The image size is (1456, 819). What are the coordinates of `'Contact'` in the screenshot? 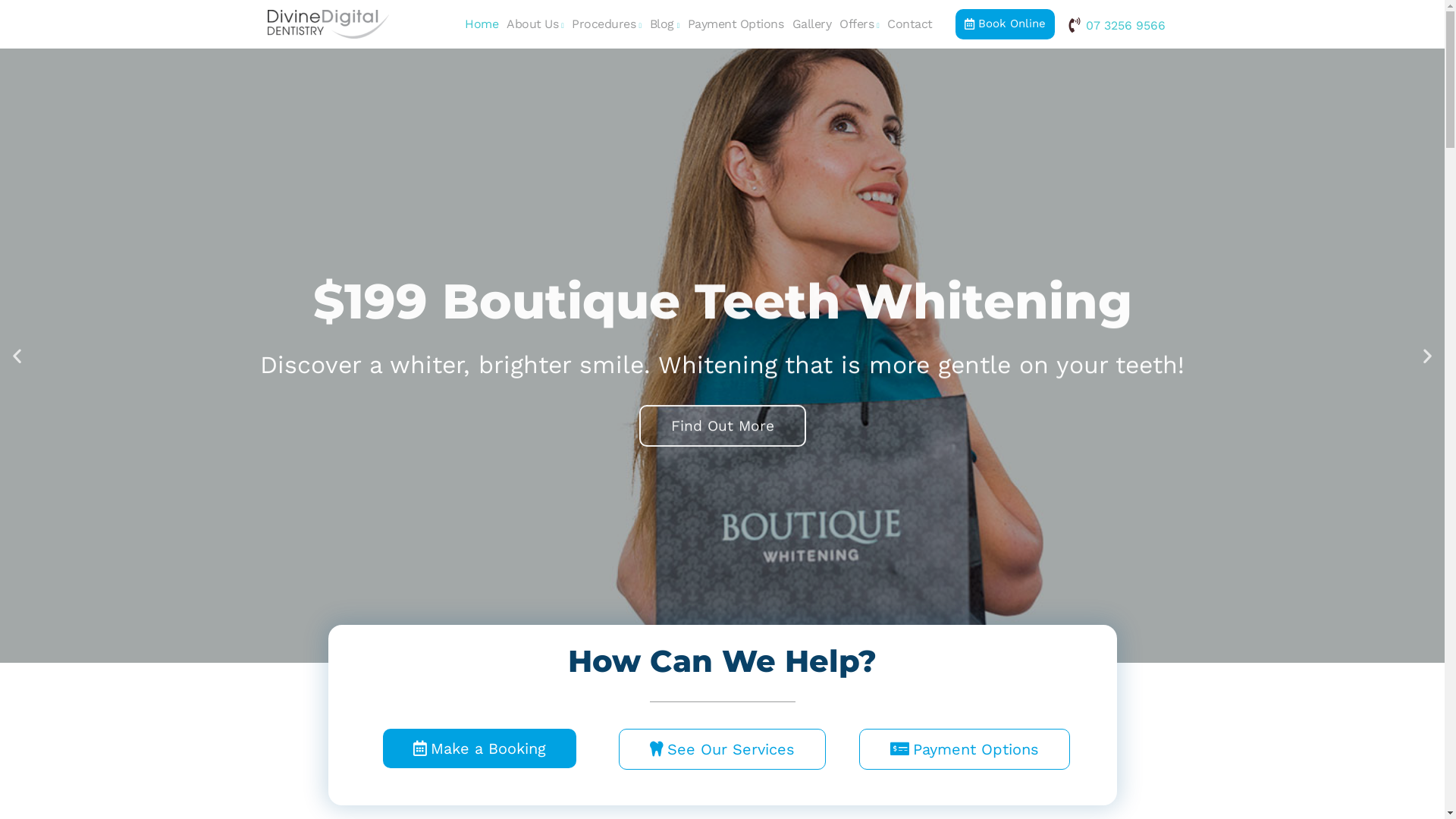 It's located at (910, 24).